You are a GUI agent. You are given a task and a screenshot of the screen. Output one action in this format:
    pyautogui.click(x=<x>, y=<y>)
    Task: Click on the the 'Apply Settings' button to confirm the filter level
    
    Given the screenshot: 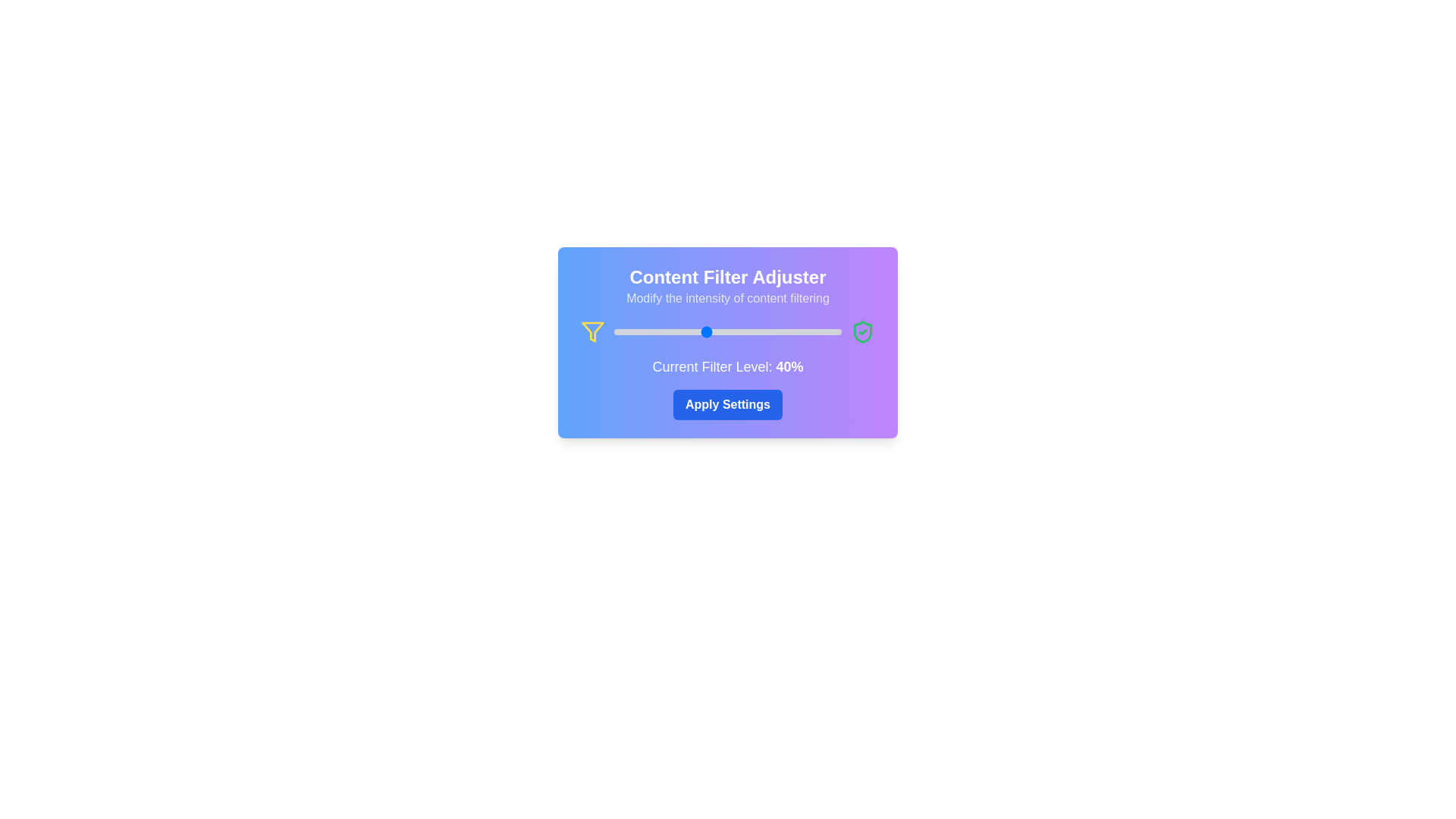 What is the action you would take?
    pyautogui.click(x=728, y=403)
    